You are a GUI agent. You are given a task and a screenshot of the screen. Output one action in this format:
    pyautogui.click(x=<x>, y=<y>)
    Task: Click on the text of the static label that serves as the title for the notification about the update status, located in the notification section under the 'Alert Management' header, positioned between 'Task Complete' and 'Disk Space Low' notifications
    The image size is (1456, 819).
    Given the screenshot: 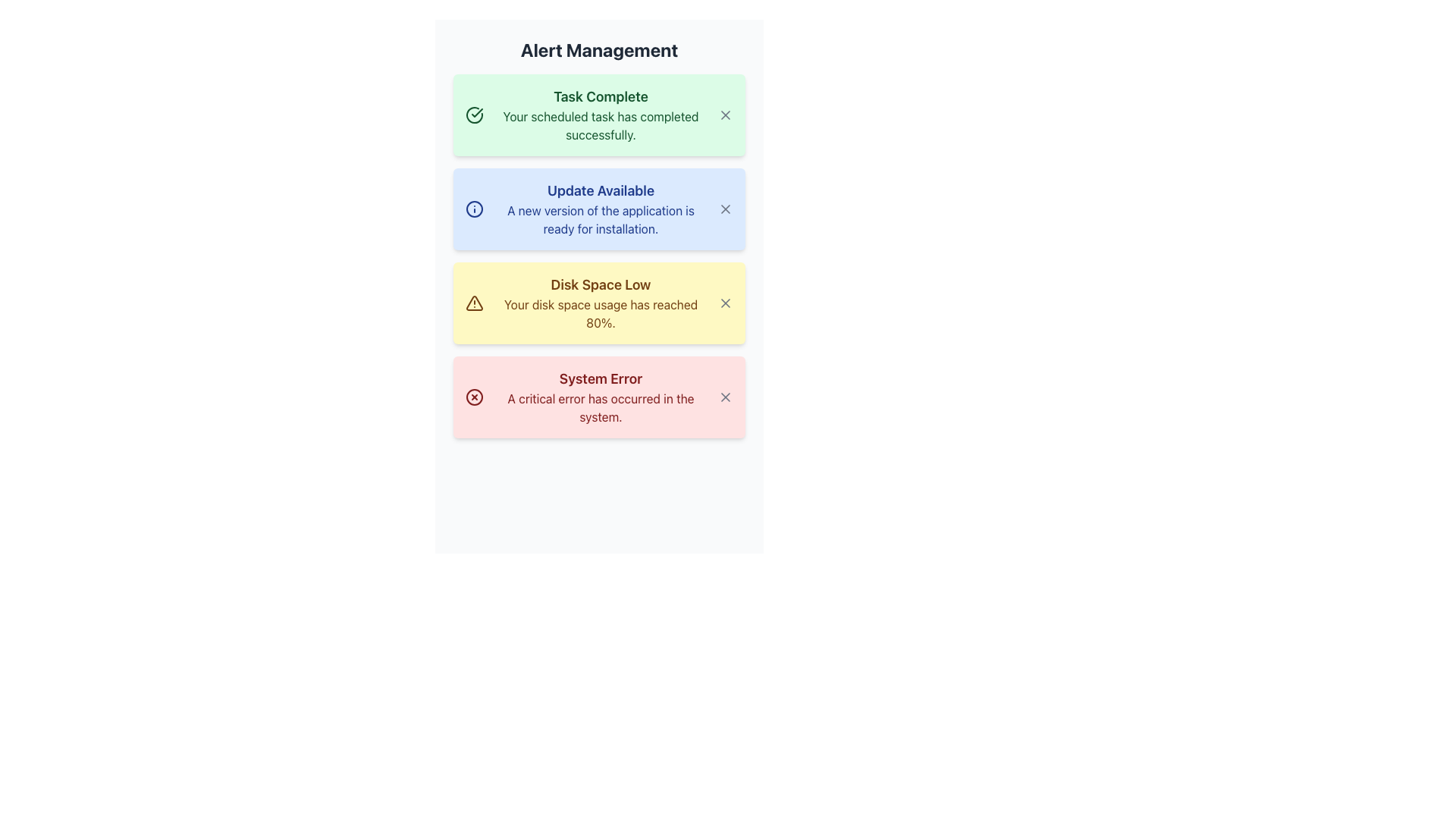 What is the action you would take?
    pyautogui.click(x=600, y=190)
    